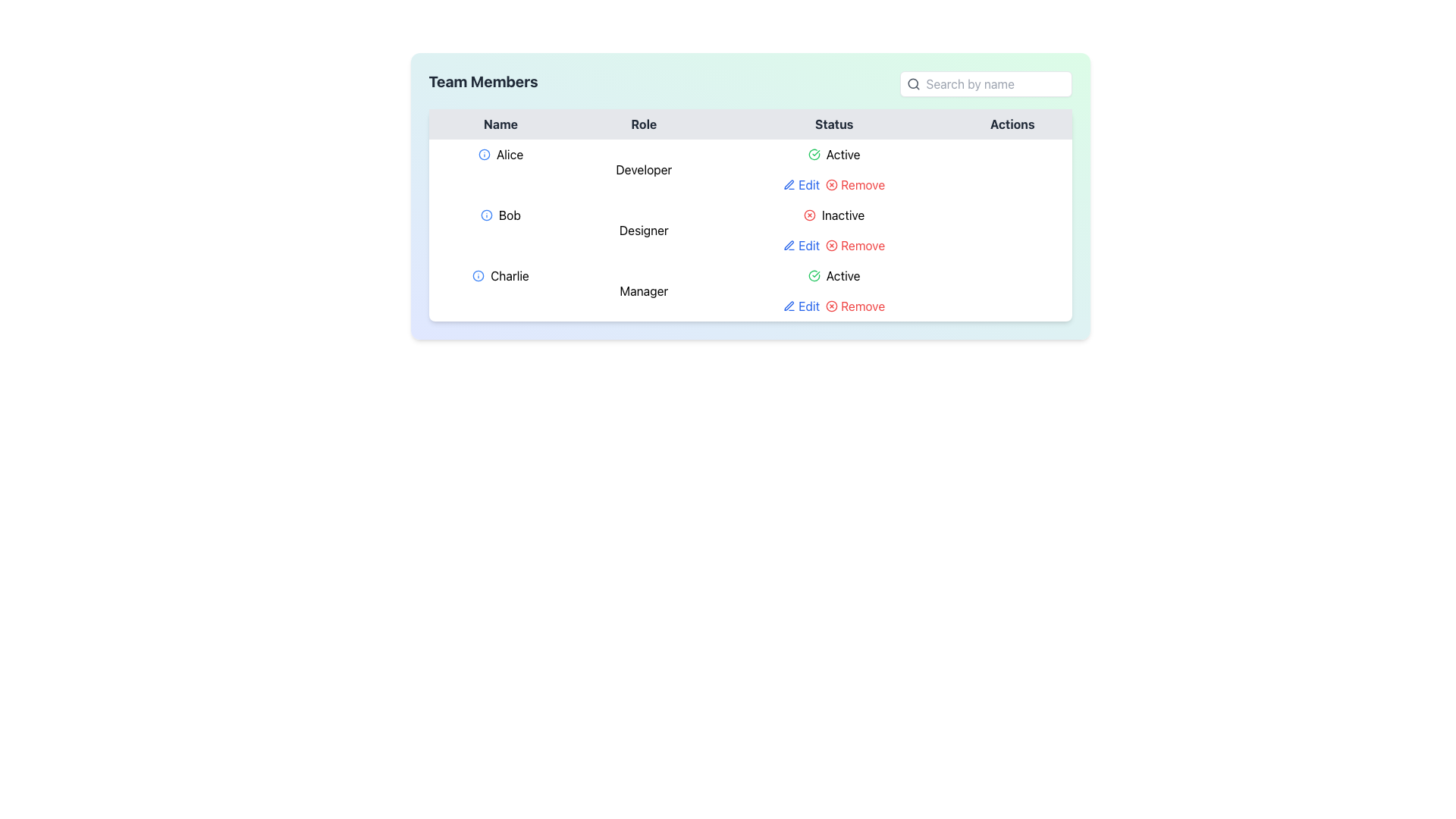  I want to click on the narrow rectangular text input field labeled 'Search by name', so click(993, 84).